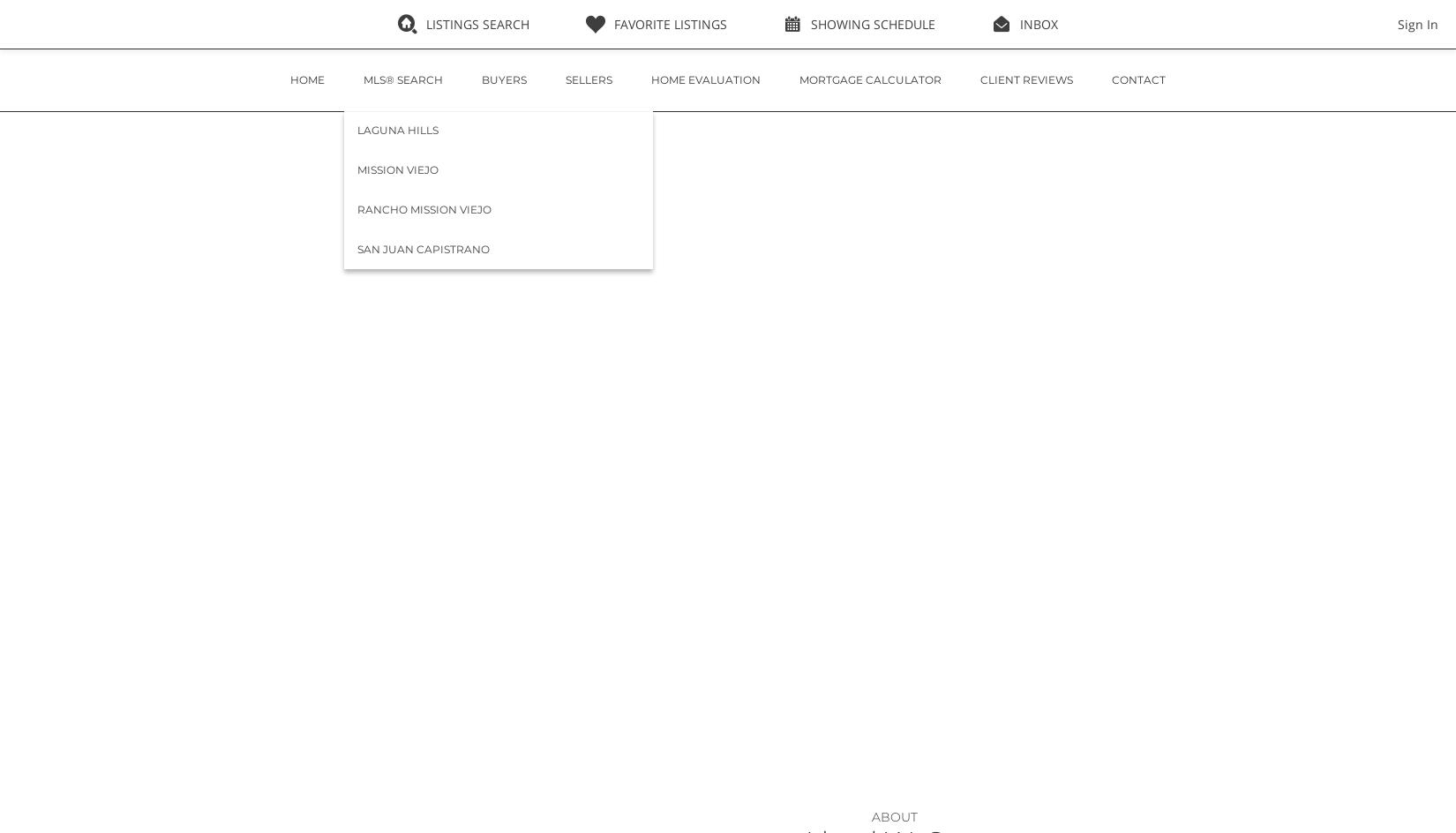 The height and width of the screenshot is (833, 1456). Describe the element at coordinates (1038, 24) in the screenshot. I see `'Inbox'` at that location.